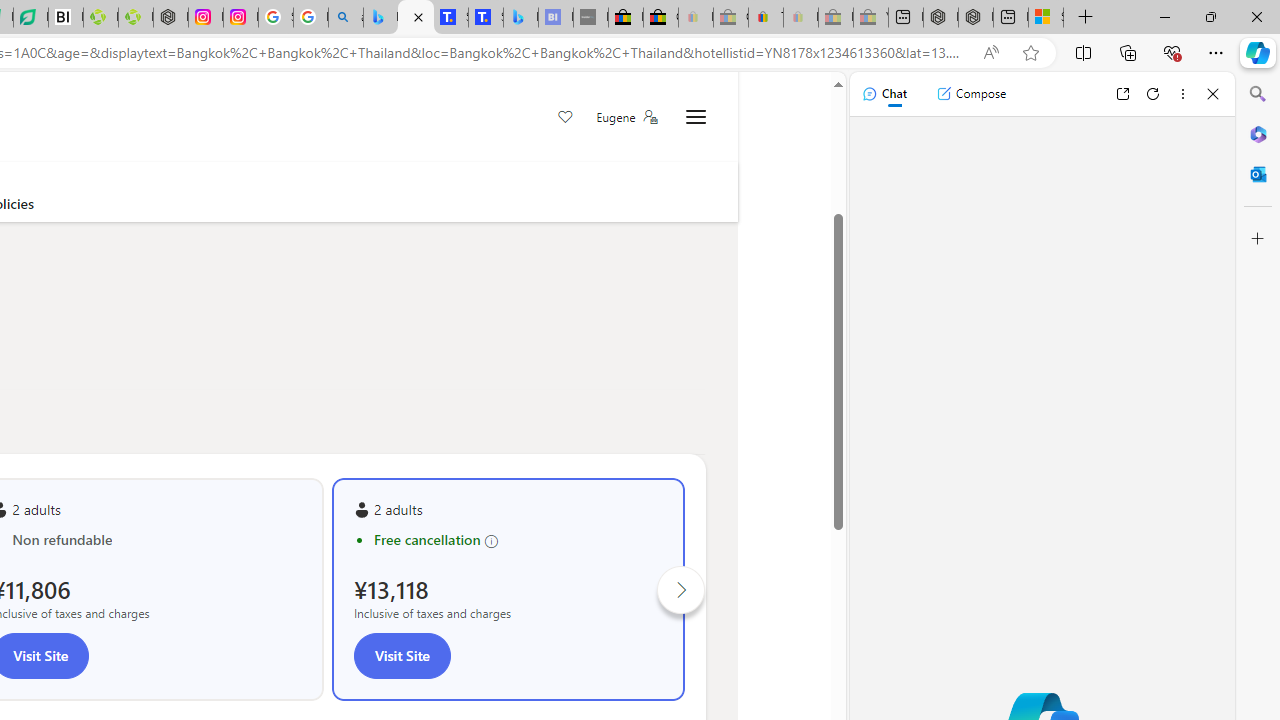 This screenshot has width=1280, height=720. I want to click on 'Non refundable', so click(155, 540).